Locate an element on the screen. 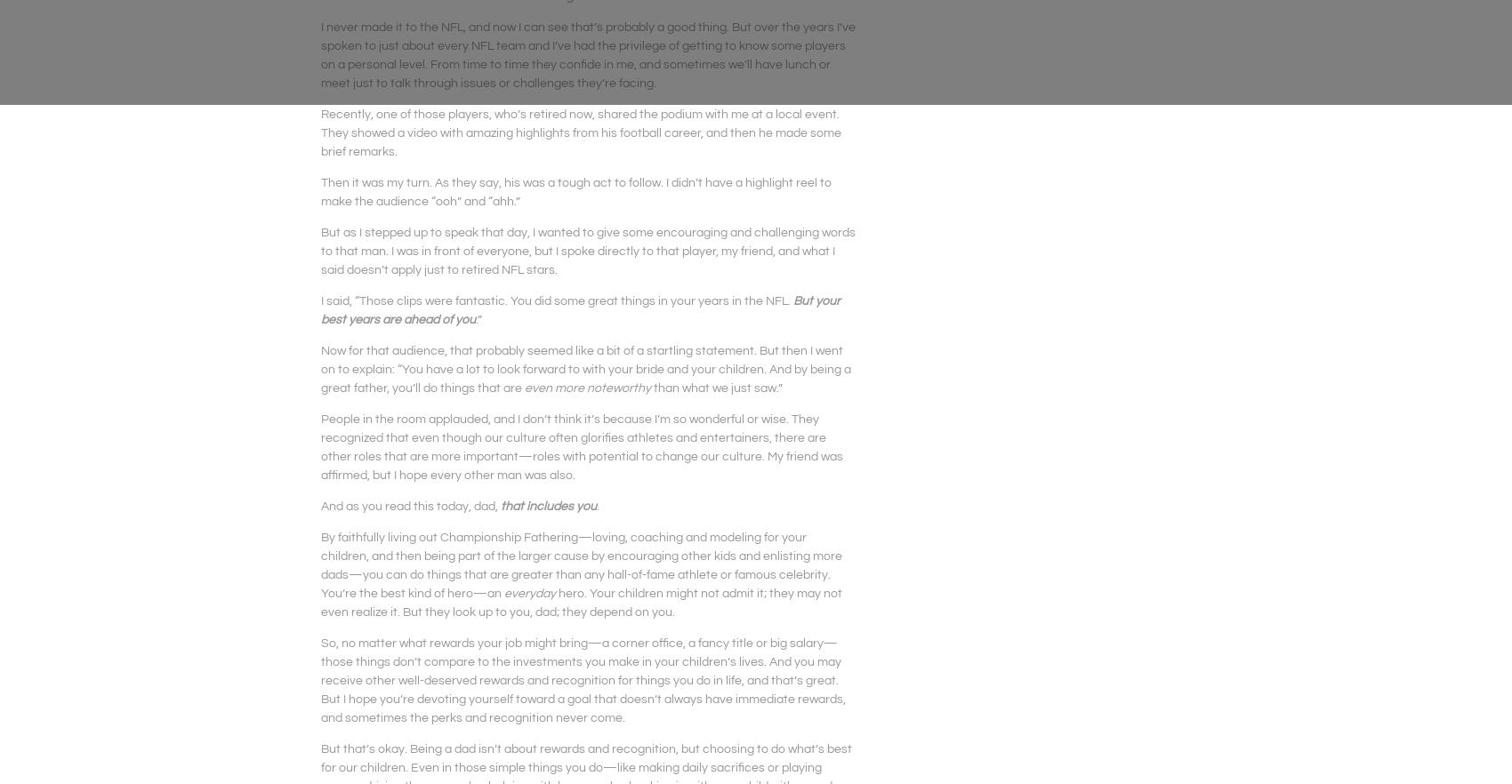 The height and width of the screenshot is (784, 1512). 'hero. Your children might not admit it; they may not even realize it. But they look up to you, dad; they depend on you.' is located at coordinates (581, 601).